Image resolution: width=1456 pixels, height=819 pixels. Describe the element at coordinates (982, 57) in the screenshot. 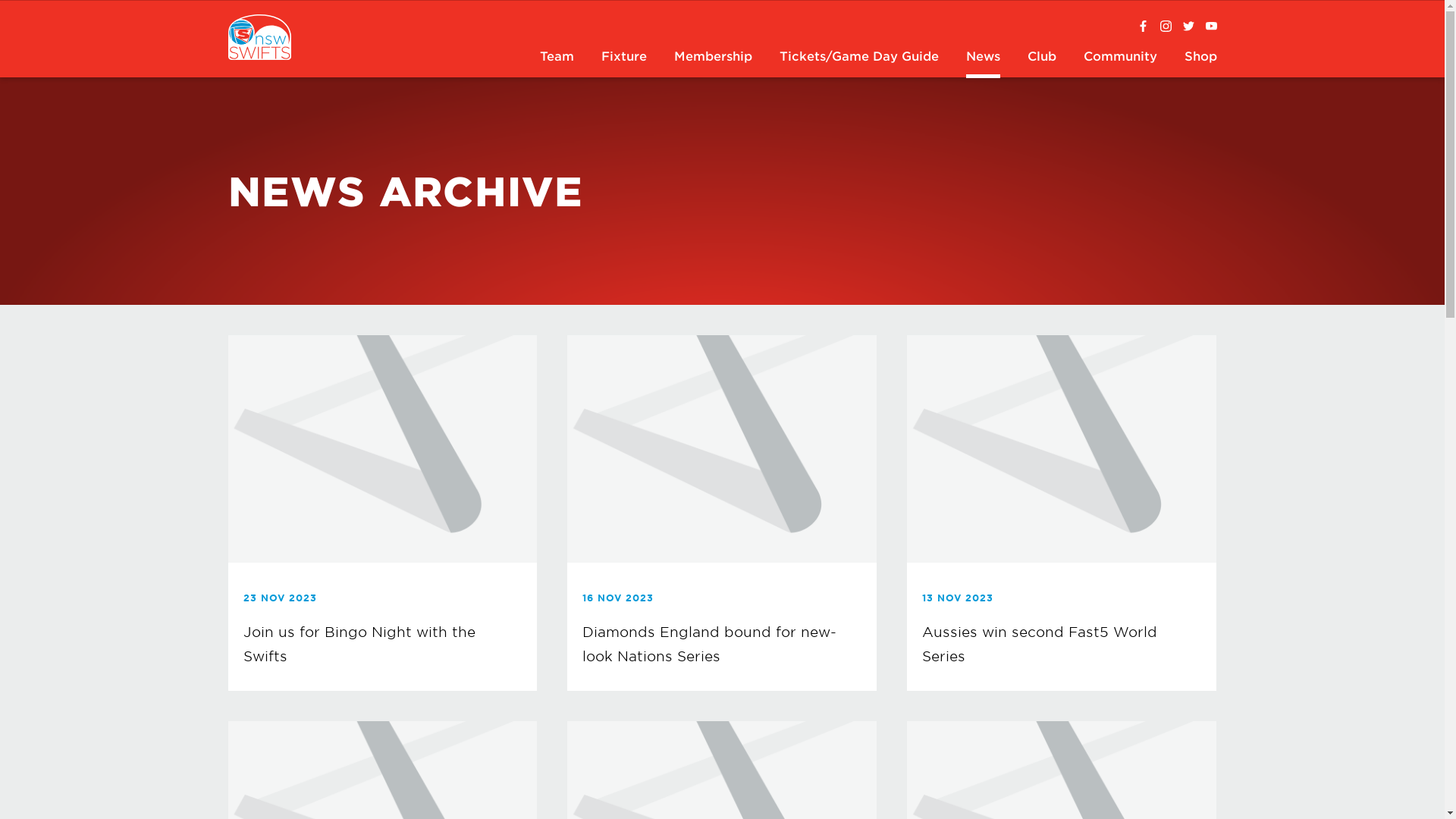

I see `'News'` at that location.